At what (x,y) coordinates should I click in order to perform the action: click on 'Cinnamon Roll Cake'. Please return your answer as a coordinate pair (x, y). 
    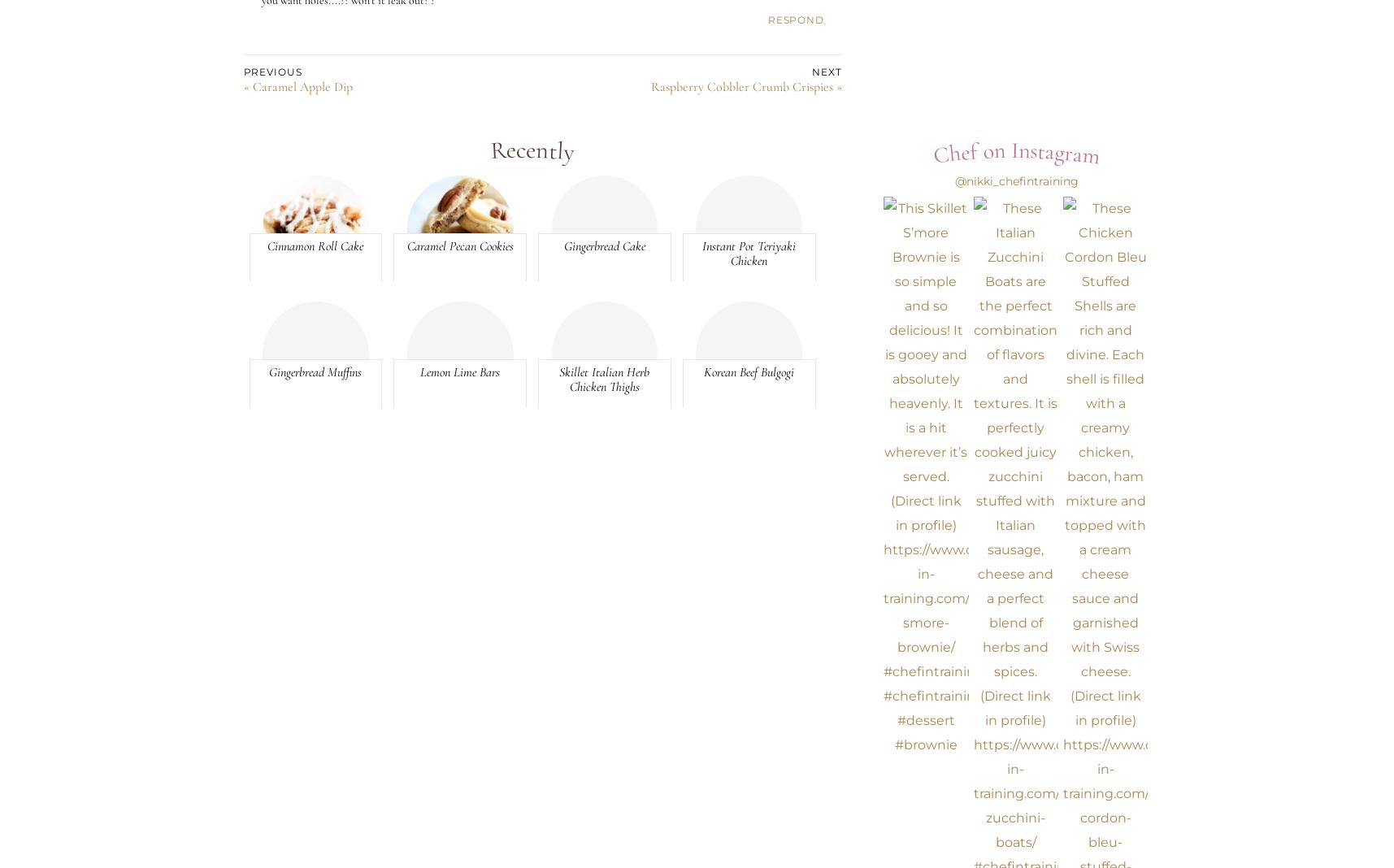
    Looking at the image, I should click on (315, 245).